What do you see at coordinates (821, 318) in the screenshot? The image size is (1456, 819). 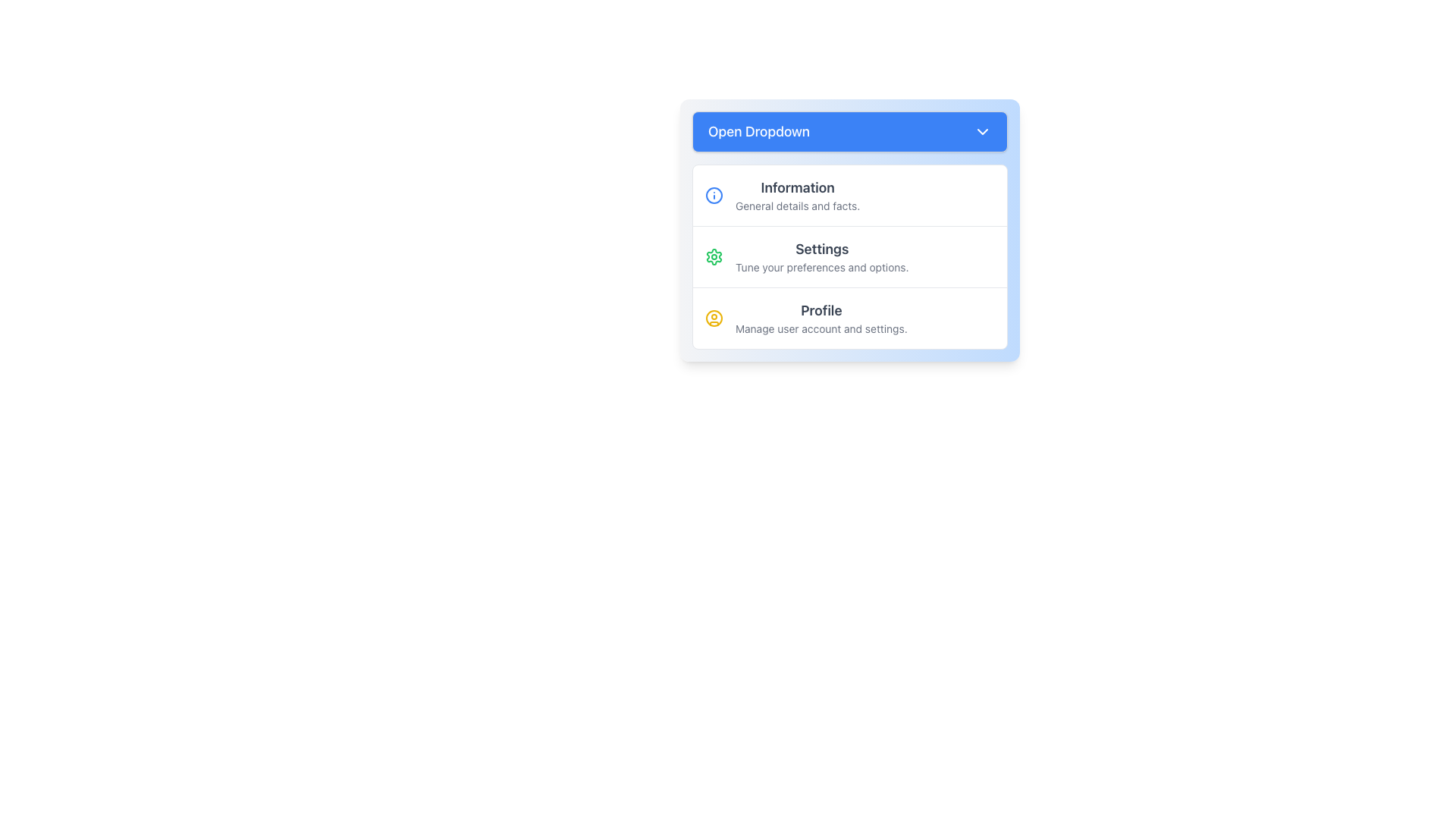 I see `the 'Profile' text element in the dropdown menu` at bounding box center [821, 318].